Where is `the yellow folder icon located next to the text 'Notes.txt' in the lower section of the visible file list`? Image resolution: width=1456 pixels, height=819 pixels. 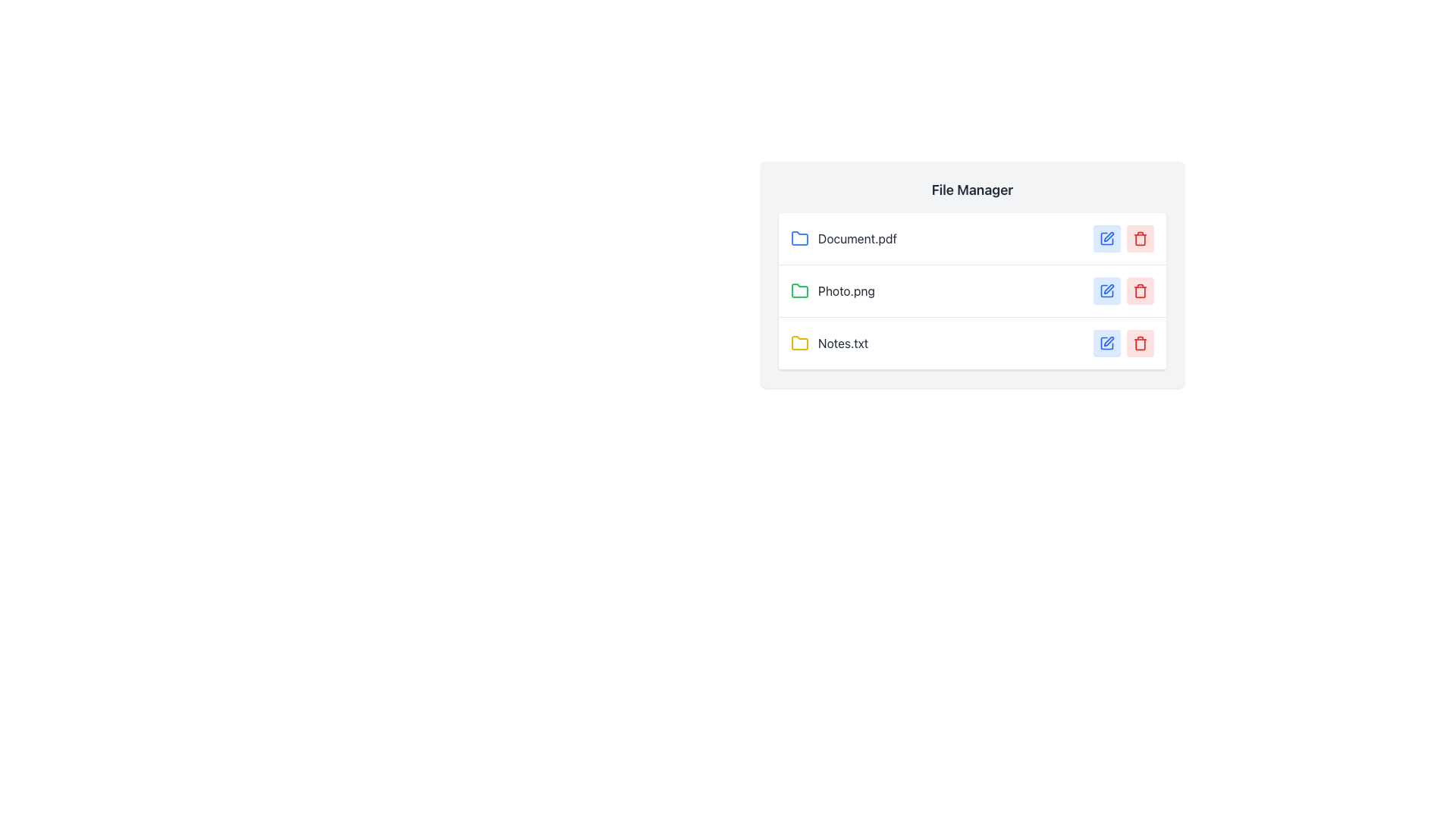 the yellow folder icon located next to the text 'Notes.txt' in the lower section of the visible file list is located at coordinates (799, 343).